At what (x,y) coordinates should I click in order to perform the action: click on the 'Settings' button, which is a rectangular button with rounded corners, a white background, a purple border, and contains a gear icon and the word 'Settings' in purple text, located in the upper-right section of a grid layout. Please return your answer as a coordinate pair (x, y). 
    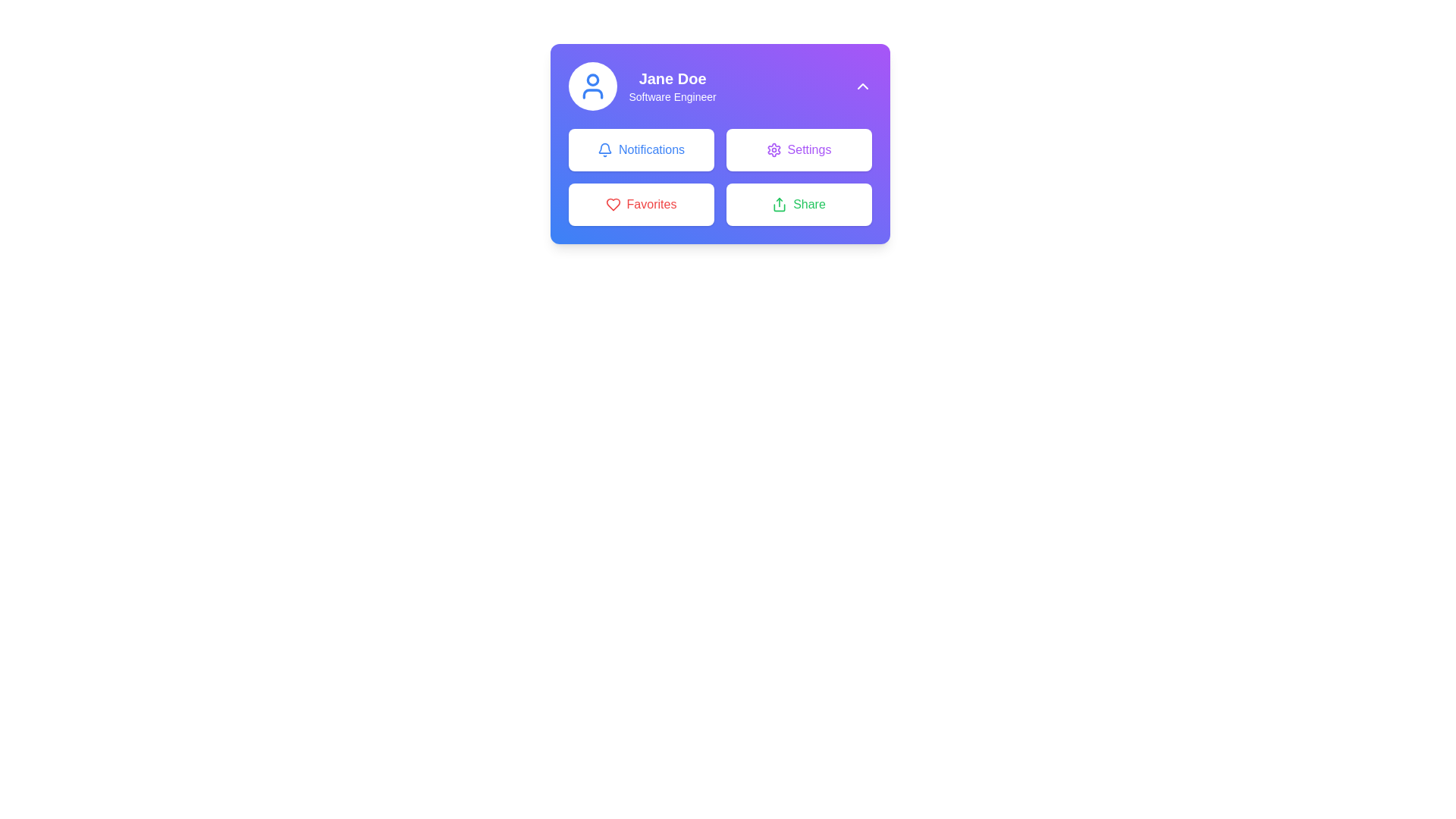
    Looking at the image, I should click on (798, 149).